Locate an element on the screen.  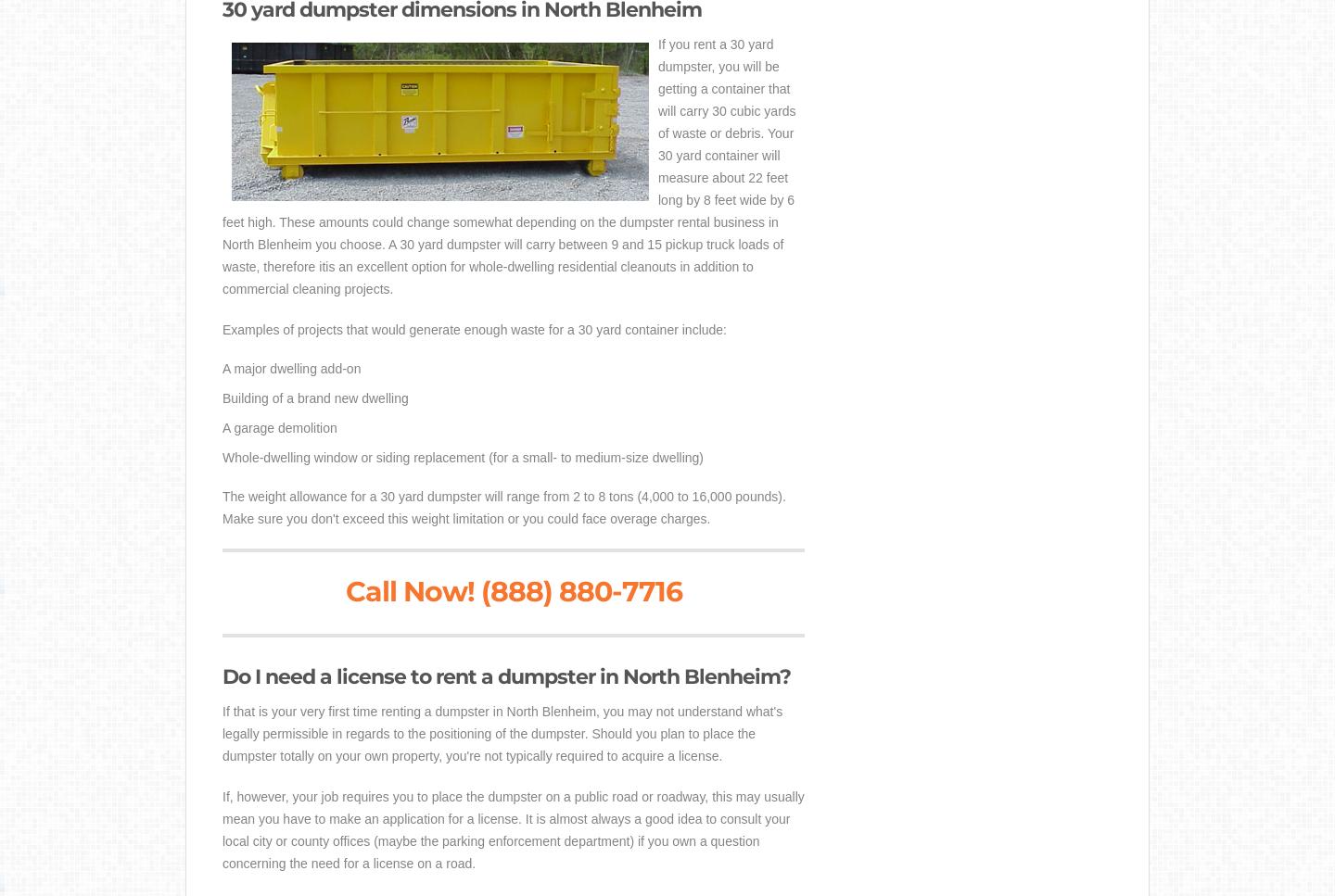
'Whole-dwelling window or siding replacement (for a small- to medium-size dwelling)' is located at coordinates (222, 457).